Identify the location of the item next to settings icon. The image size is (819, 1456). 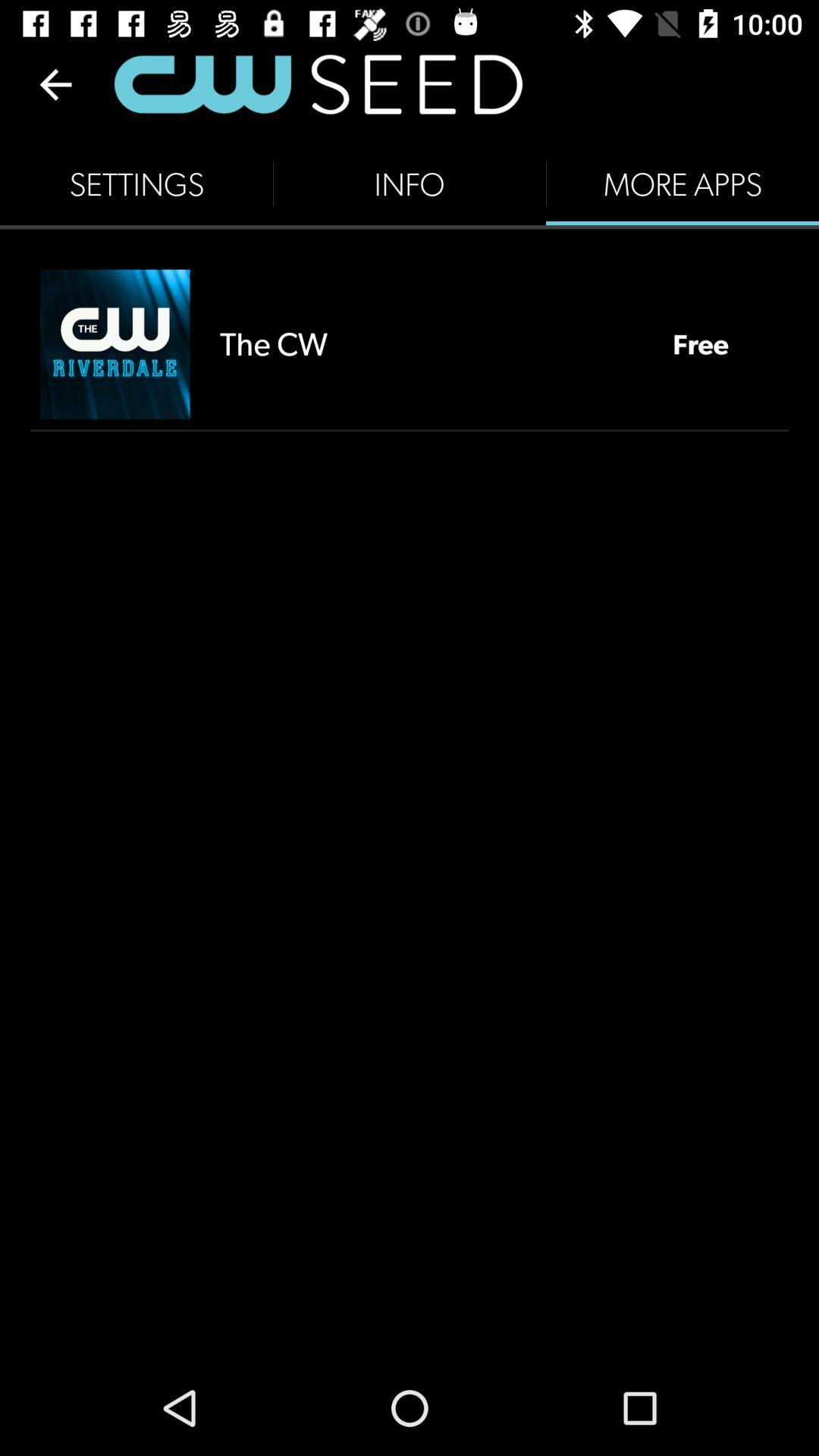
(409, 184).